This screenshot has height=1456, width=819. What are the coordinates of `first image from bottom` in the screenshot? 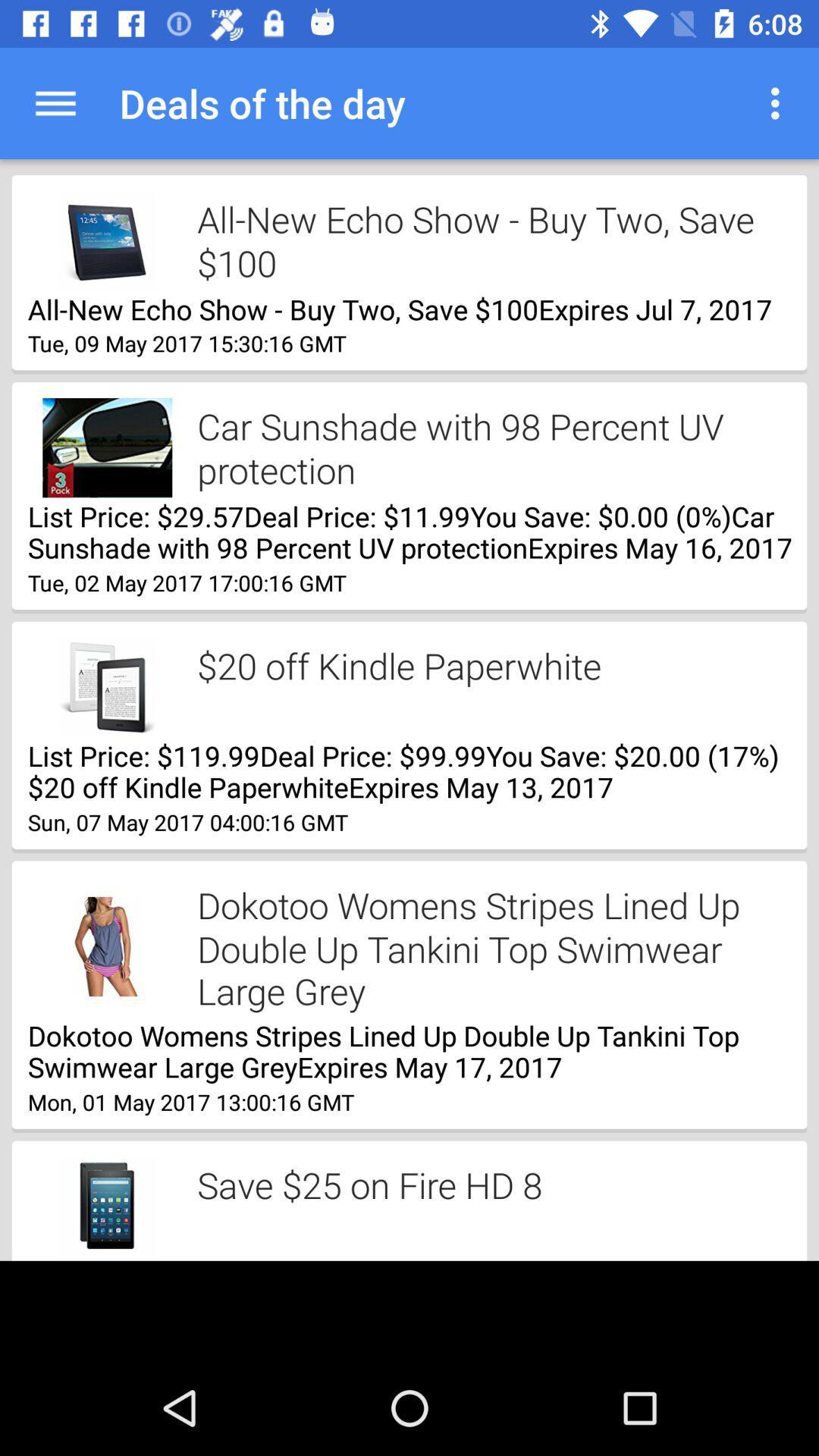 It's located at (107, 1206).